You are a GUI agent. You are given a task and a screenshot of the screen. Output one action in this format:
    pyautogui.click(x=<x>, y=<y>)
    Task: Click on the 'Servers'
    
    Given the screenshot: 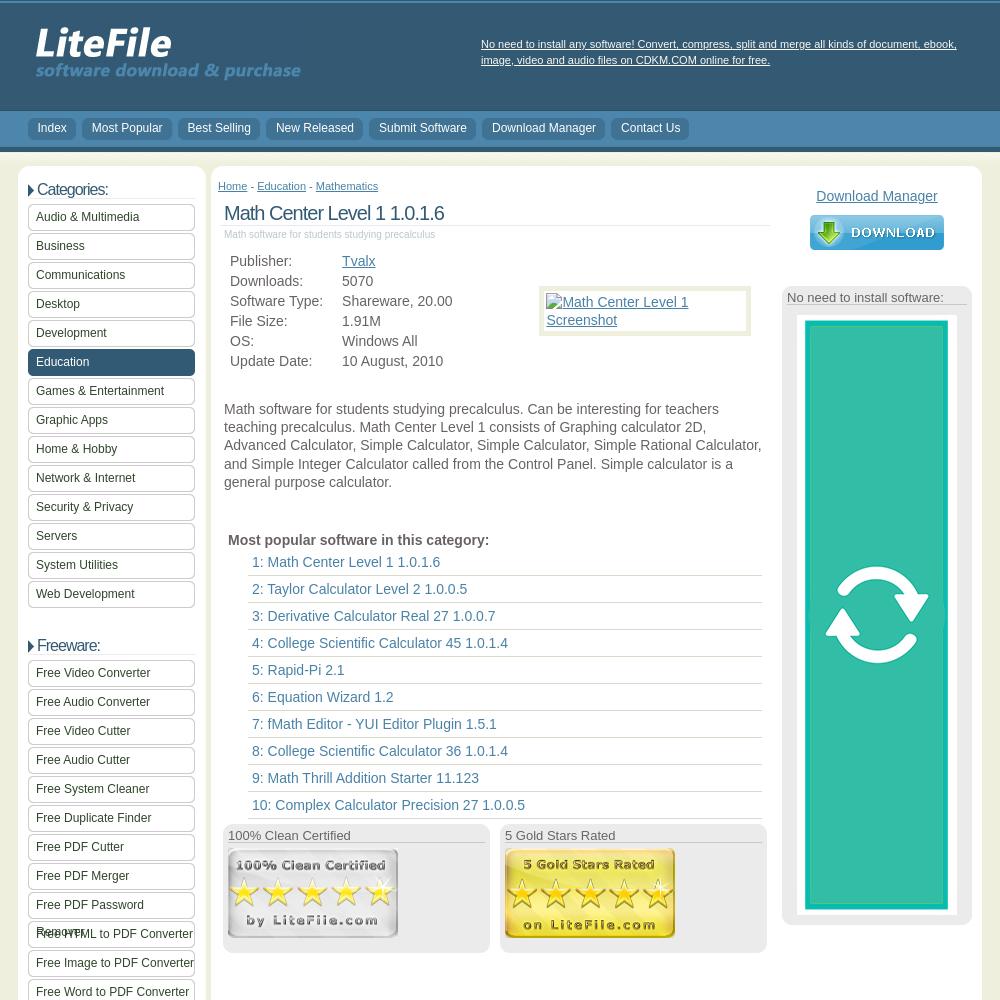 What is the action you would take?
    pyautogui.click(x=56, y=536)
    